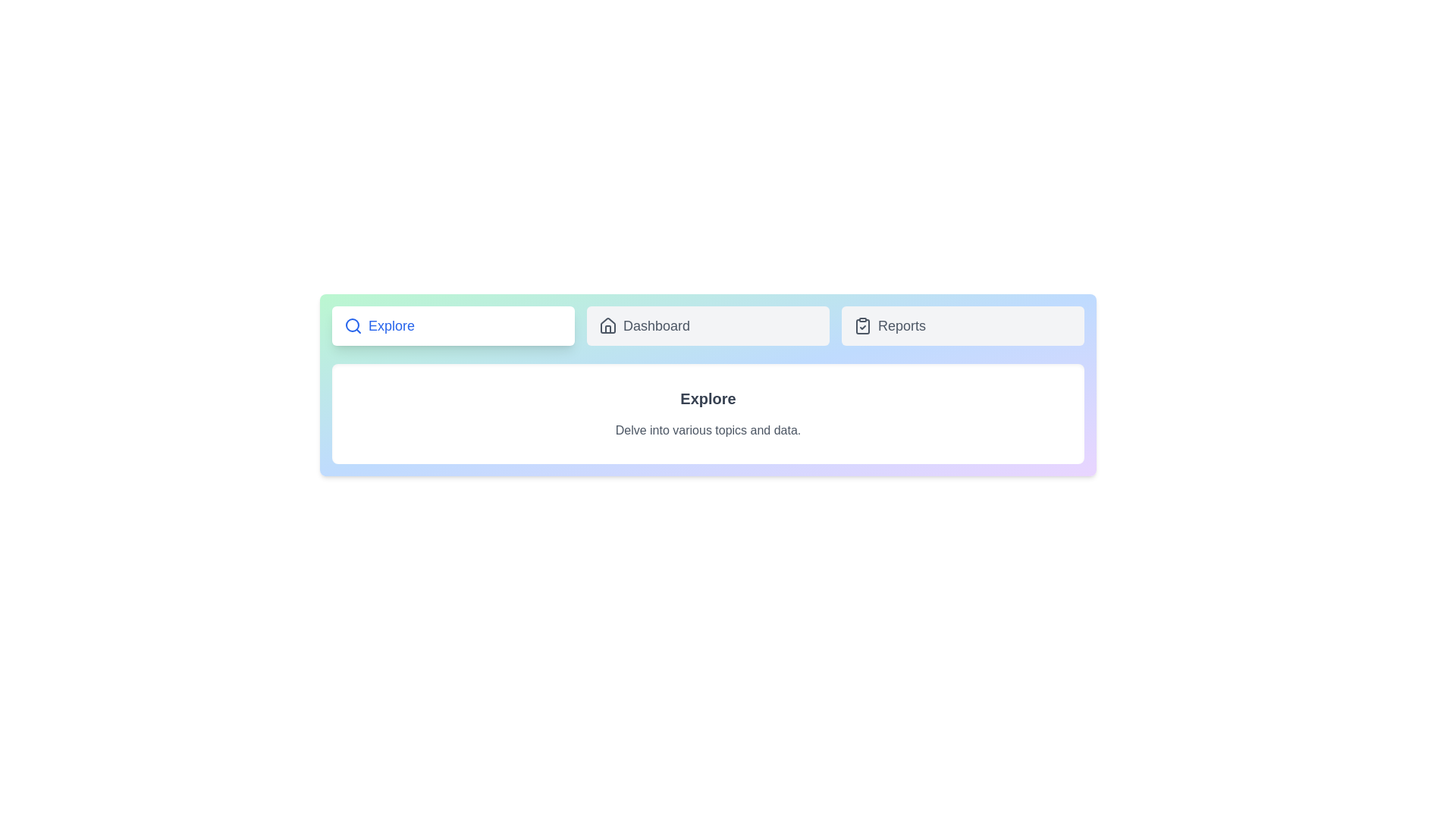 Image resolution: width=1456 pixels, height=819 pixels. What do you see at coordinates (708, 325) in the screenshot?
I see `the tab identified by Dashboard` at bounding box center [708, 325].